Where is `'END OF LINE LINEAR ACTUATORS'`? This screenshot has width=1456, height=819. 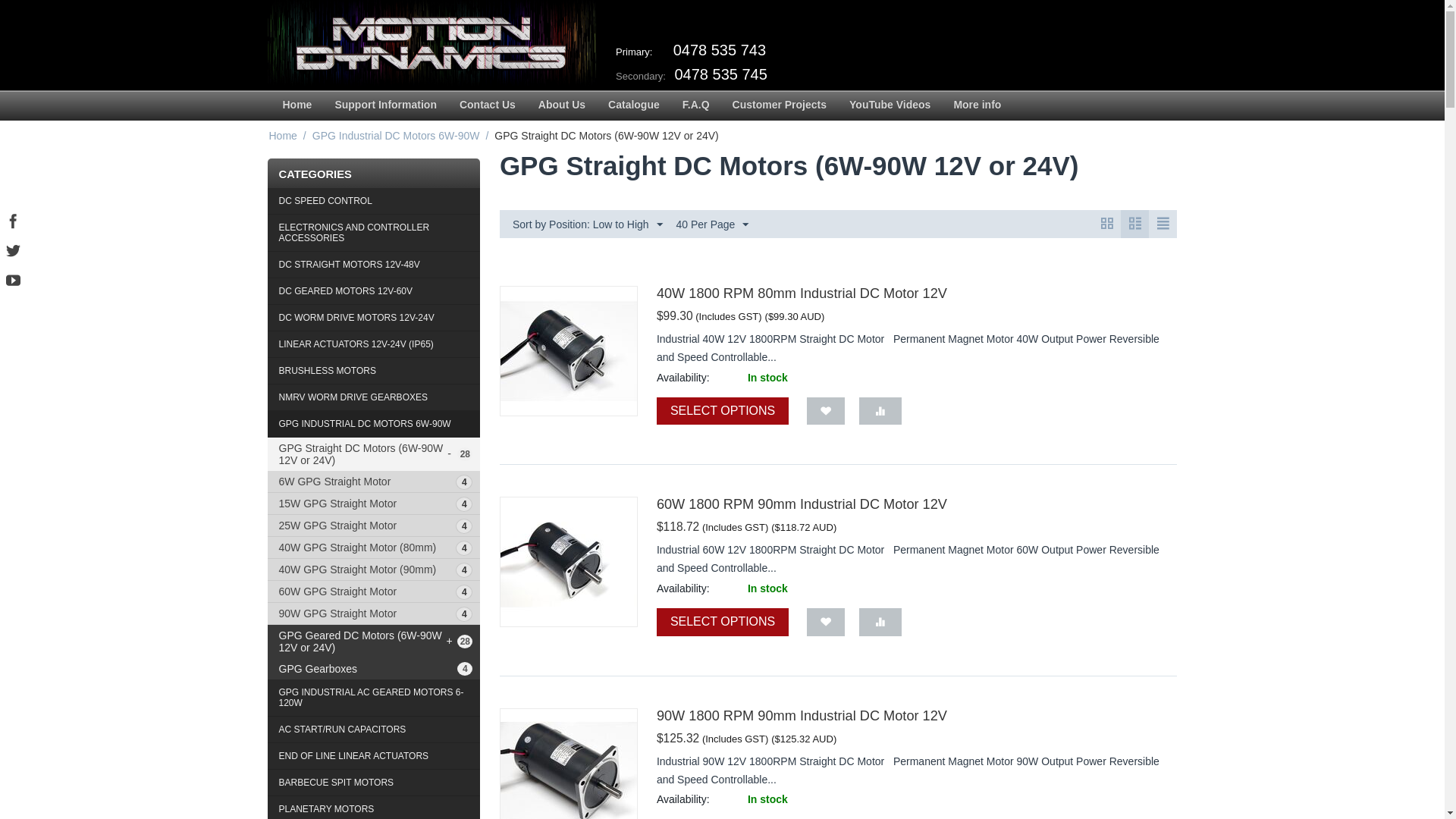
'END OF LINE LINEAR ACTUATORS' is located at coordinates (373, 756).